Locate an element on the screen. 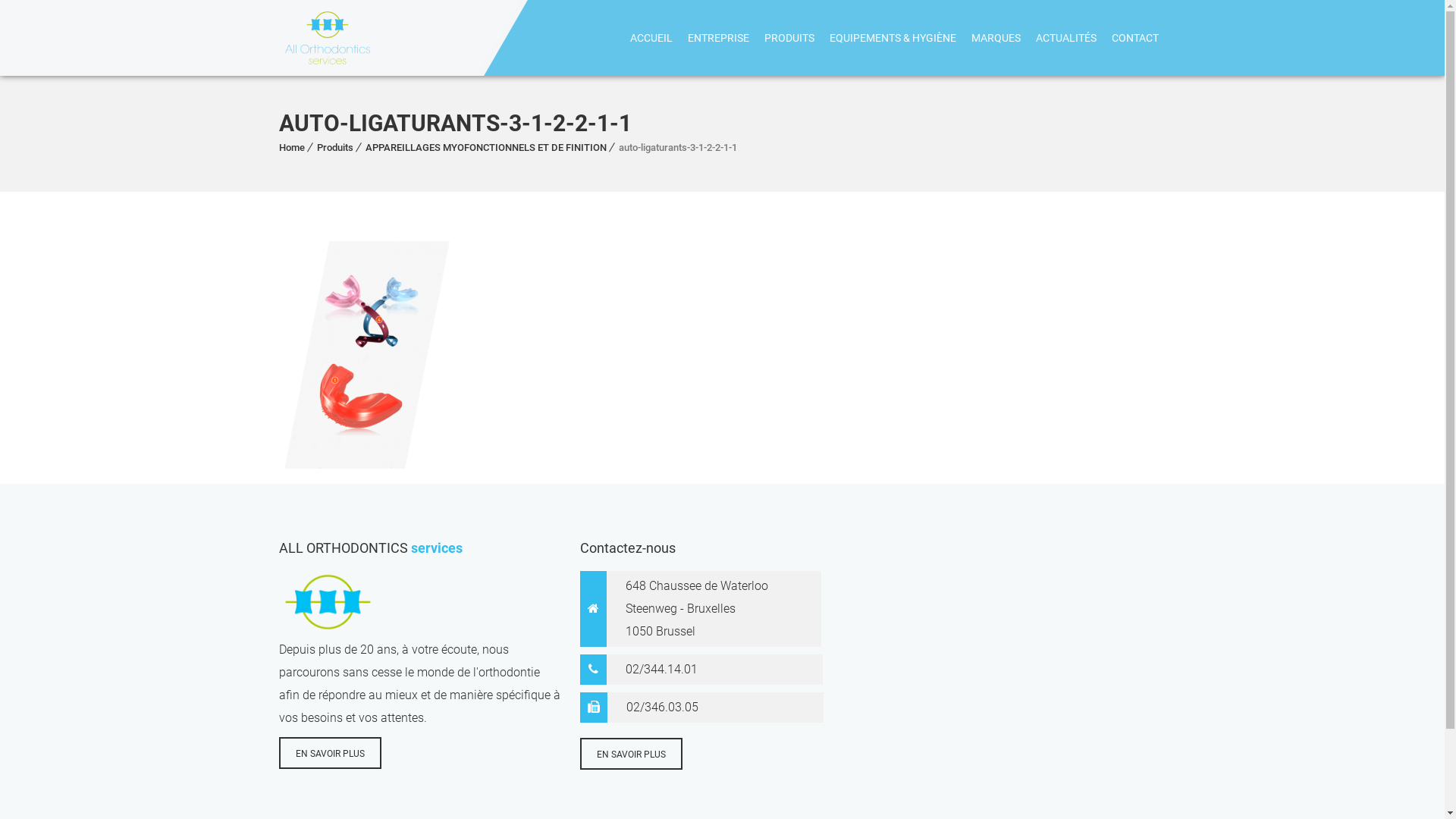 This screenshot has width=1456, height=819. 'MARQUES' is located at coordinates (962, 37).